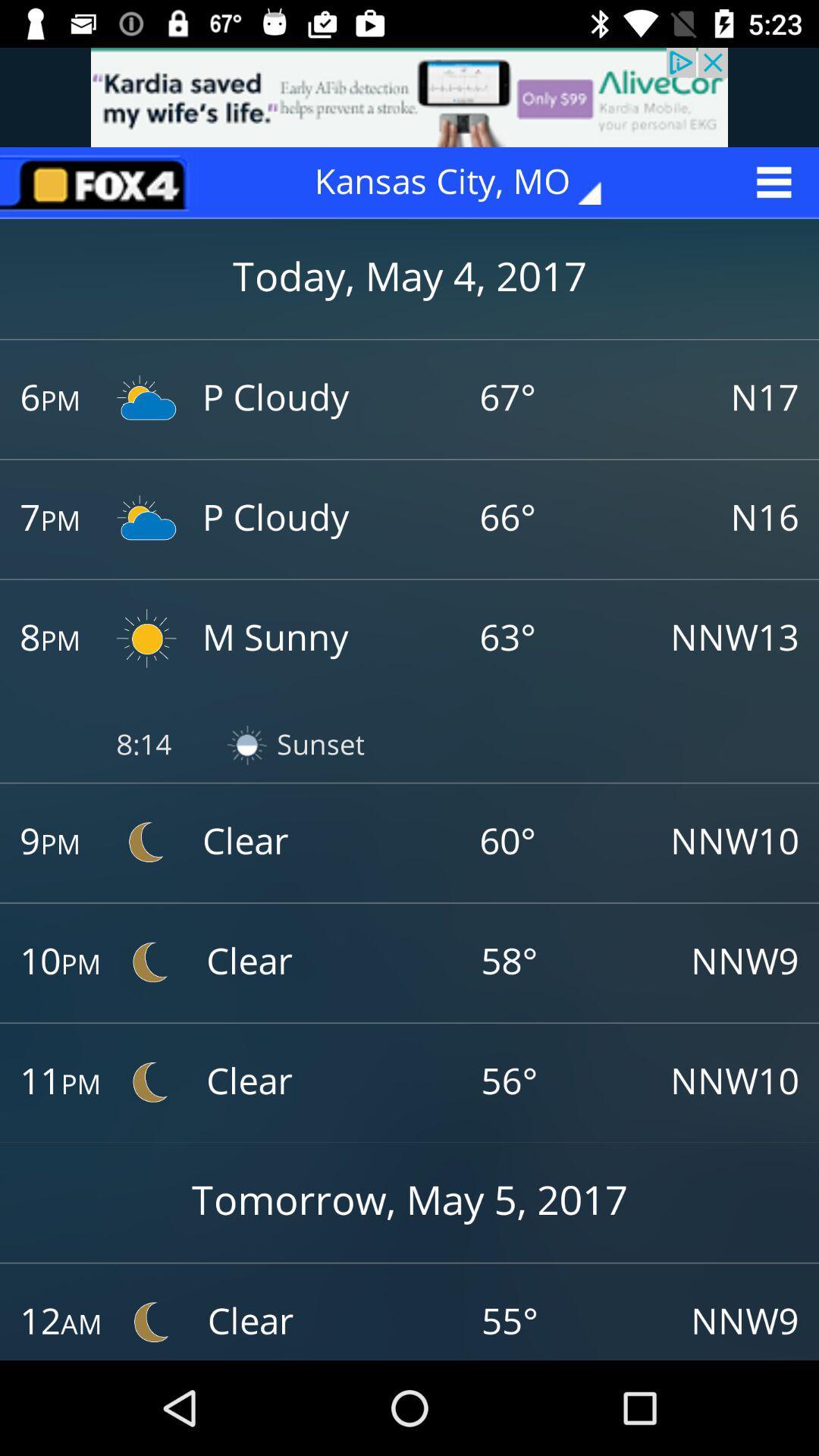 The image size is (819, 1456). Describe the element at coordinates (99, 182) in the screenshot. I see `the main page` at that location.